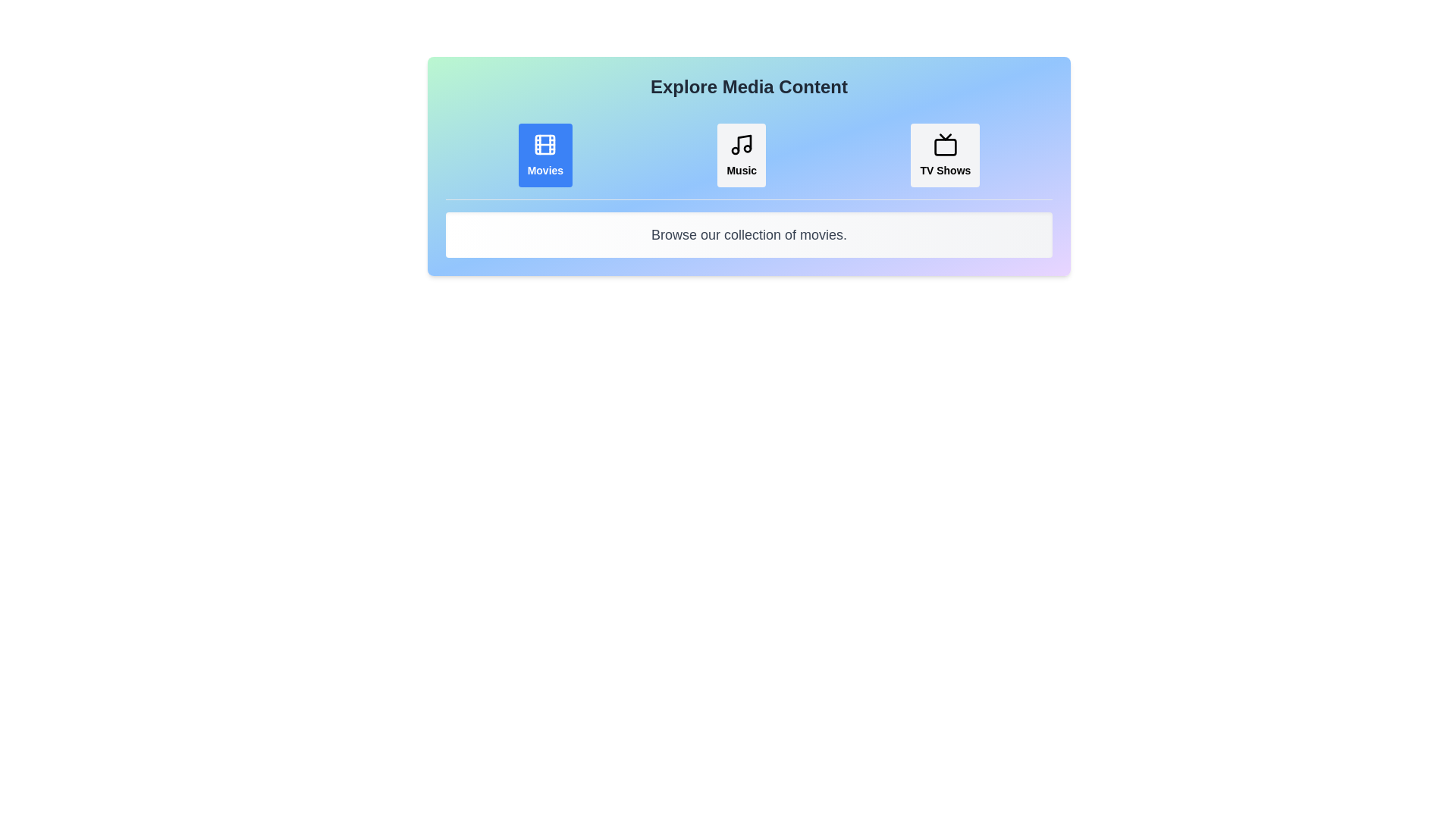 This screenshot has width=1456, height=819. I want to click on the leftmost rounded rectangular blue button with white text labeled 'Movies', so click(545, 155).